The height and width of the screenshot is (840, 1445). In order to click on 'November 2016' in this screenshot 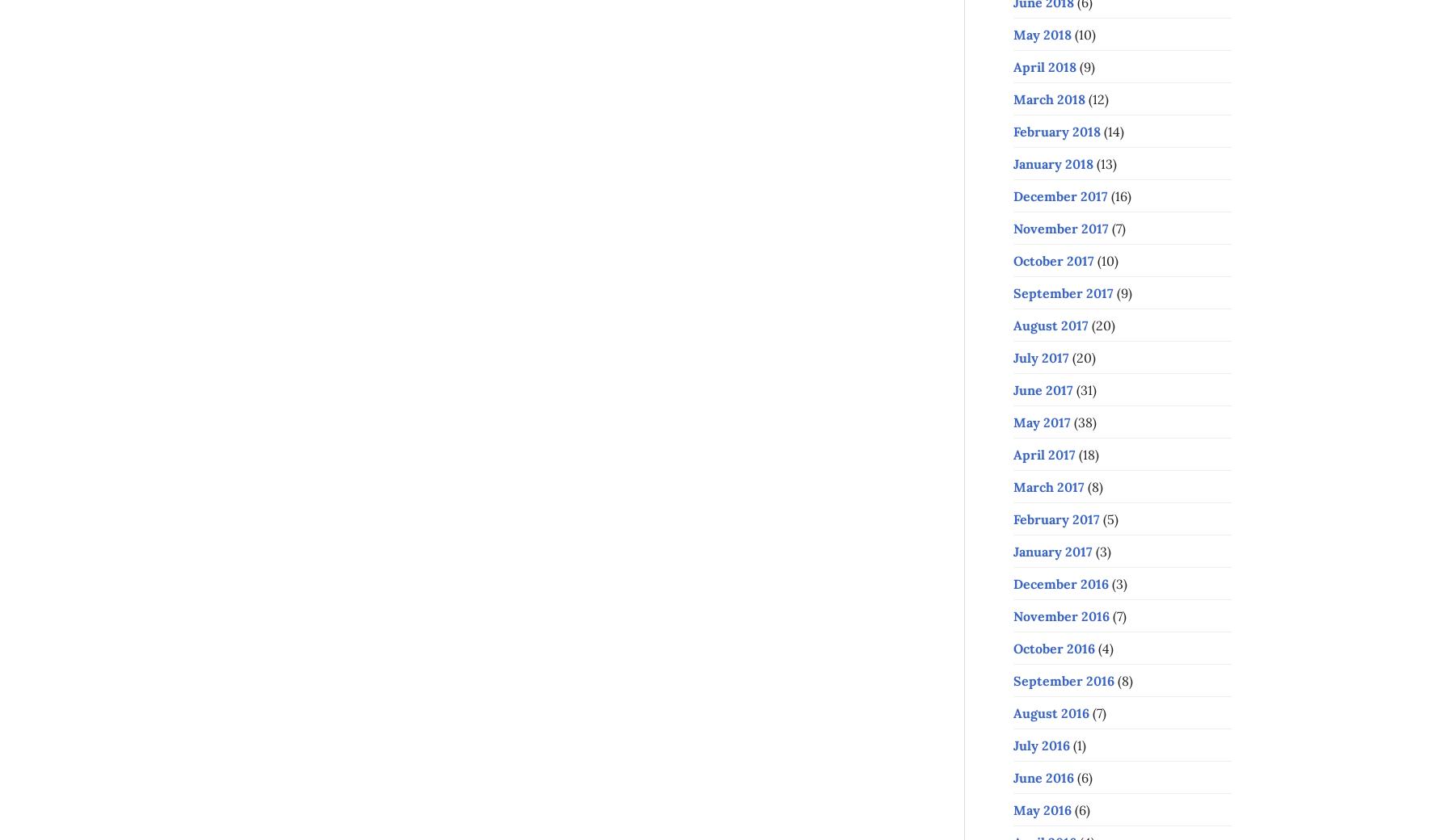, I will do `click(1060, 615)`.